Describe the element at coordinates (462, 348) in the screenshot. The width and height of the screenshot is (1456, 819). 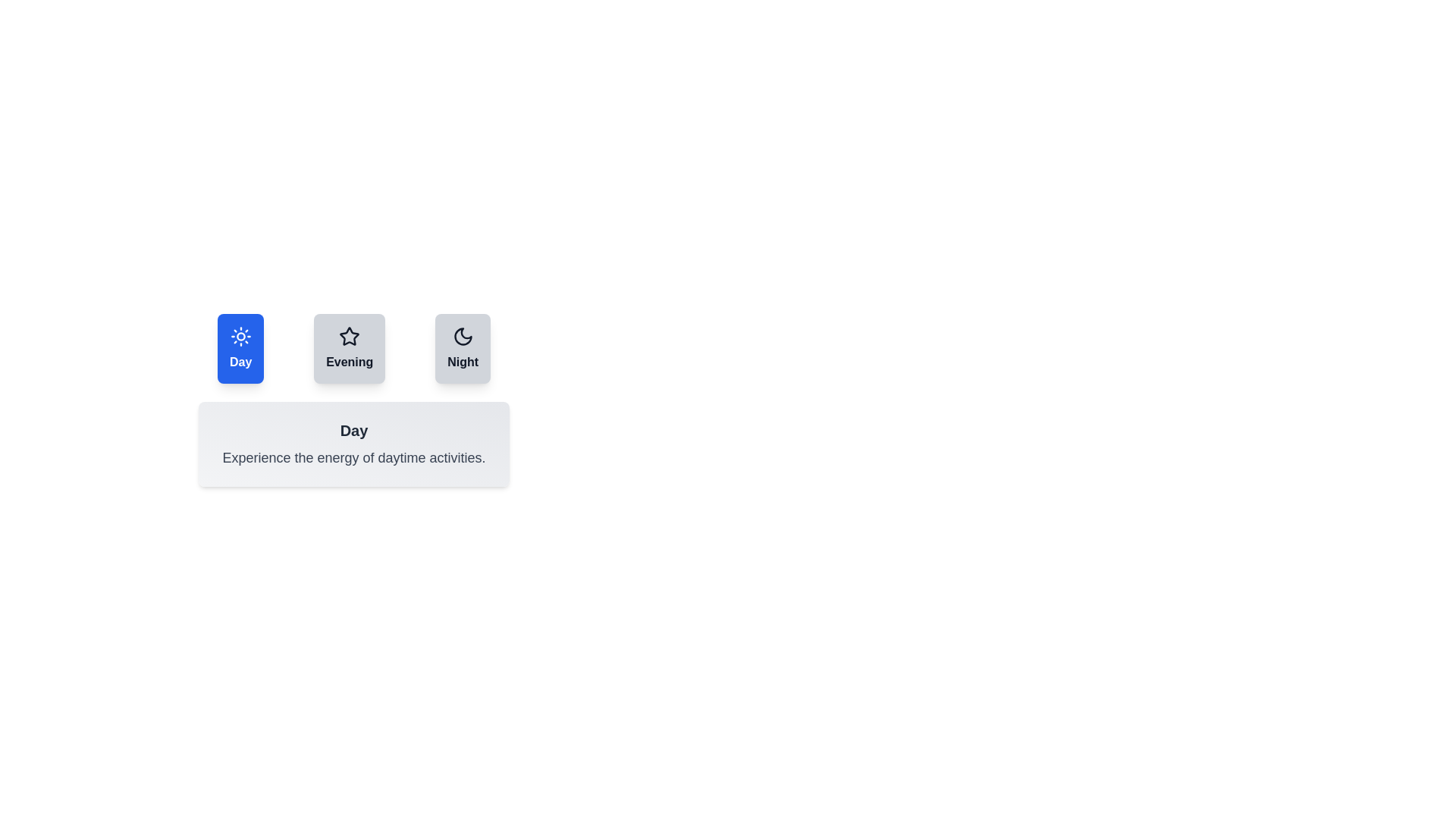
I see `the tab labeled Night to activate it` at that location.